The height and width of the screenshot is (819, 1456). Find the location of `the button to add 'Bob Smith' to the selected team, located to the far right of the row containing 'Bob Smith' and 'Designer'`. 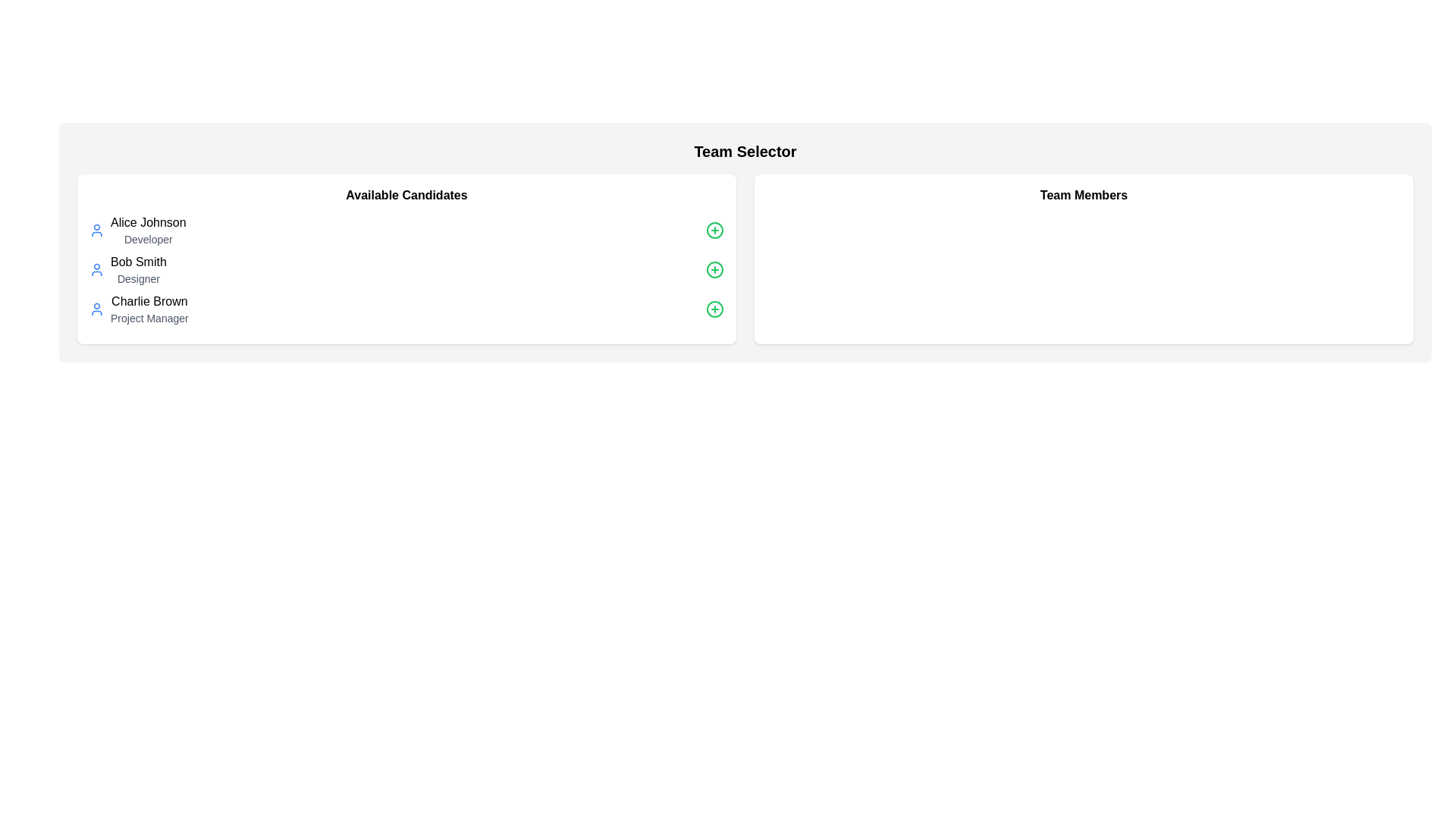

the button to add 'Bob Smith' to the selected team, located to the far right of the row containing 'Bob Smith' and 'Designer' is located at coordinates (714, 268).